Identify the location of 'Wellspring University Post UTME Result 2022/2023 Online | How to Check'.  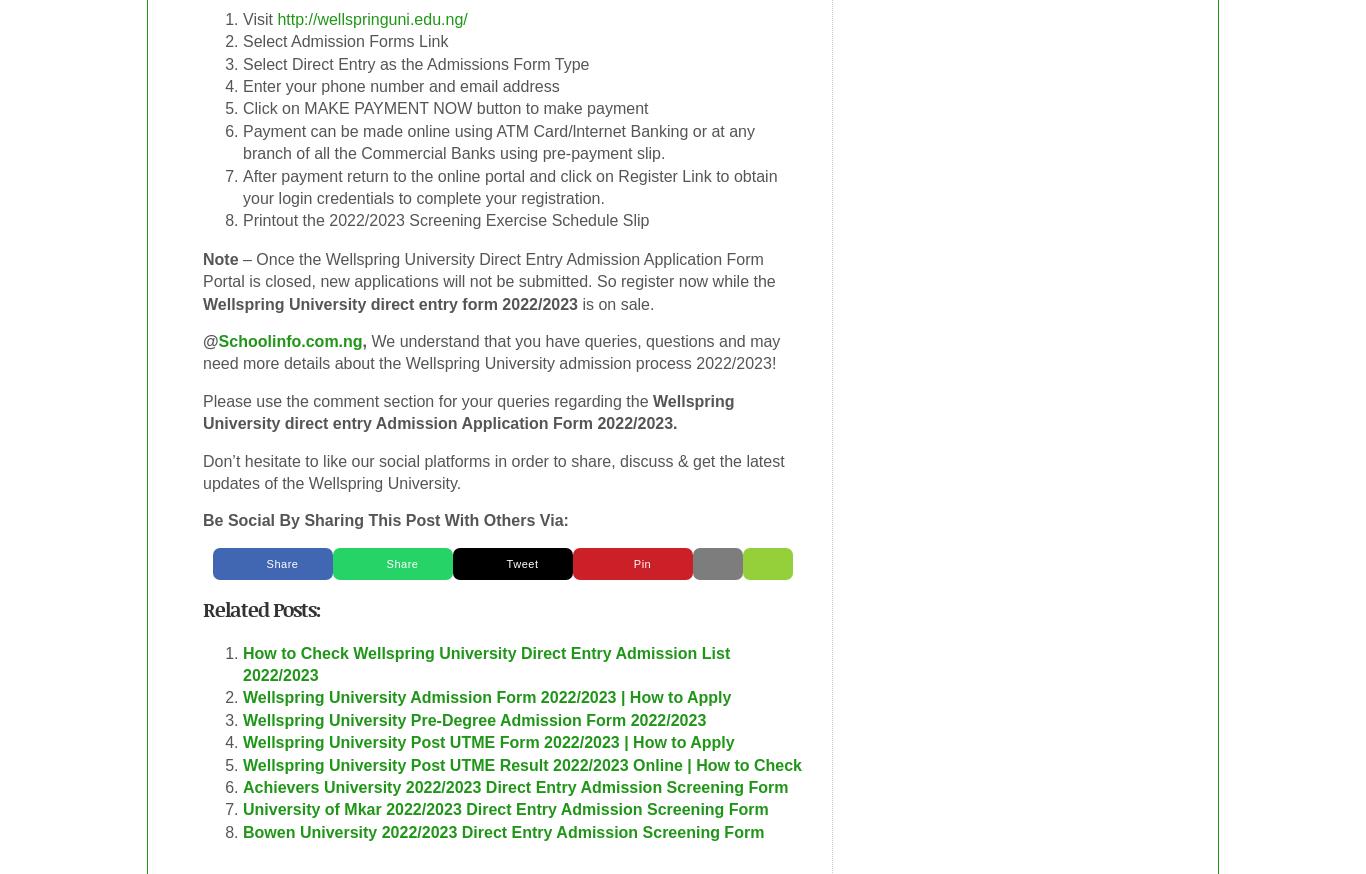
(522, 763).